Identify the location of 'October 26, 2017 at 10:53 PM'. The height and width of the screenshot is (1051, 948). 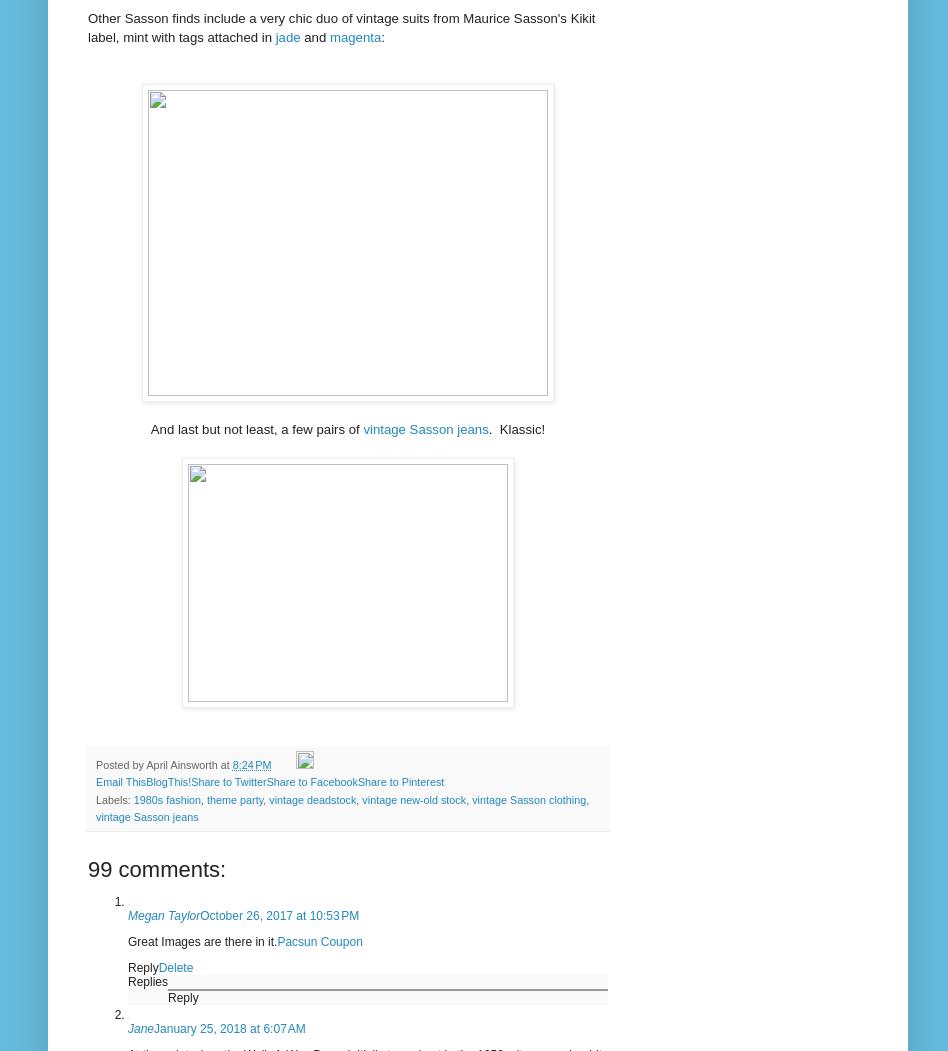
(279, 916).